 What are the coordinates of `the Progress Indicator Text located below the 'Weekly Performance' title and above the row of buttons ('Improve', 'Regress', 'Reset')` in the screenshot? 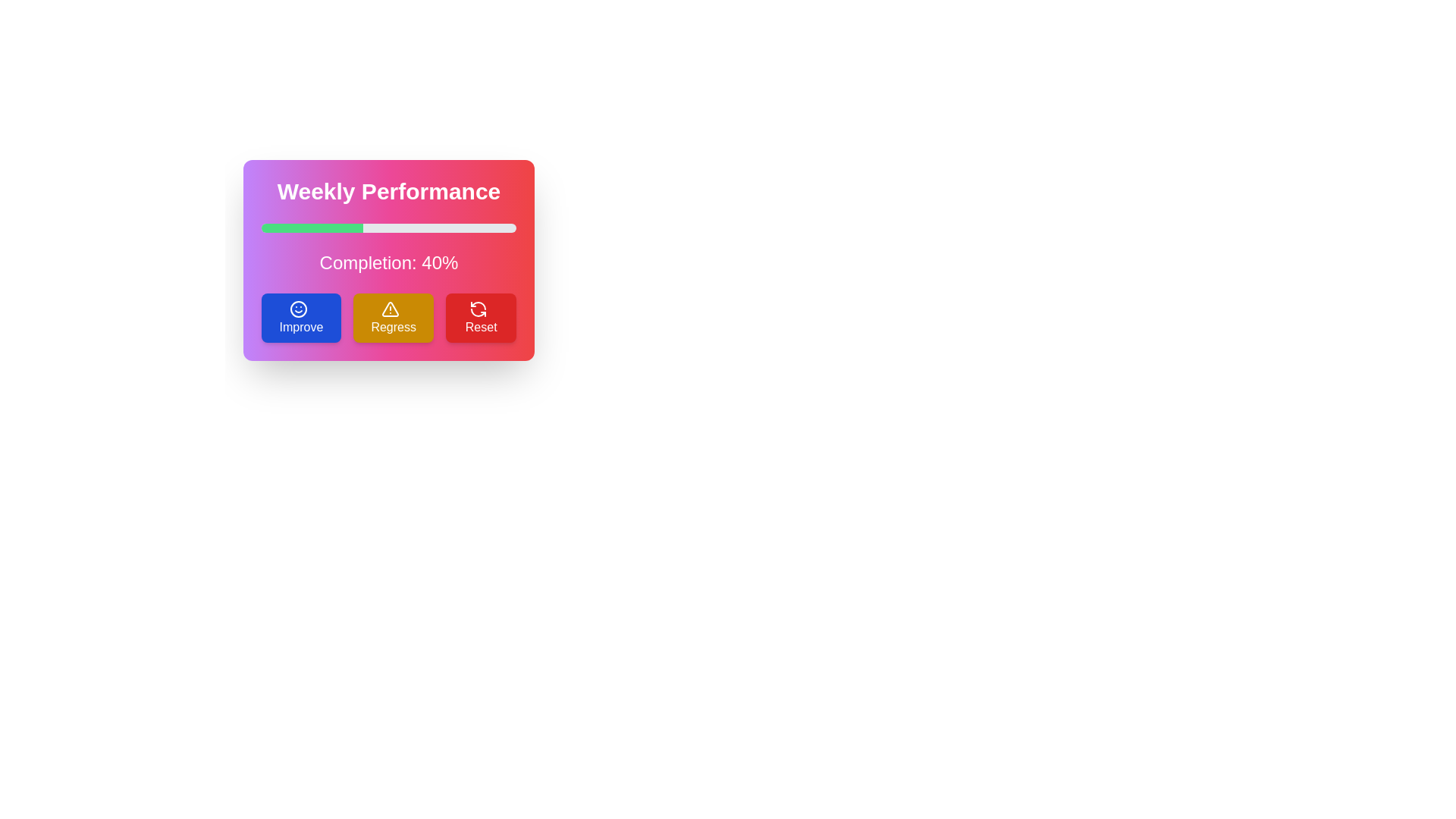 It's located at (389, 262).